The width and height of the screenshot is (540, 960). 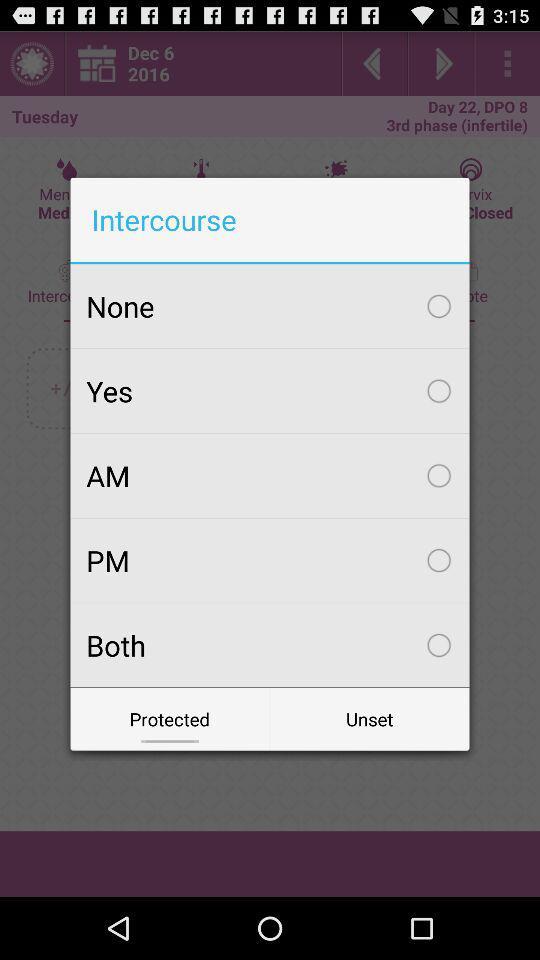 What do you see at coordinates (270, 644) in the screenshot?
I see `both` at bounding box center [270, 644].